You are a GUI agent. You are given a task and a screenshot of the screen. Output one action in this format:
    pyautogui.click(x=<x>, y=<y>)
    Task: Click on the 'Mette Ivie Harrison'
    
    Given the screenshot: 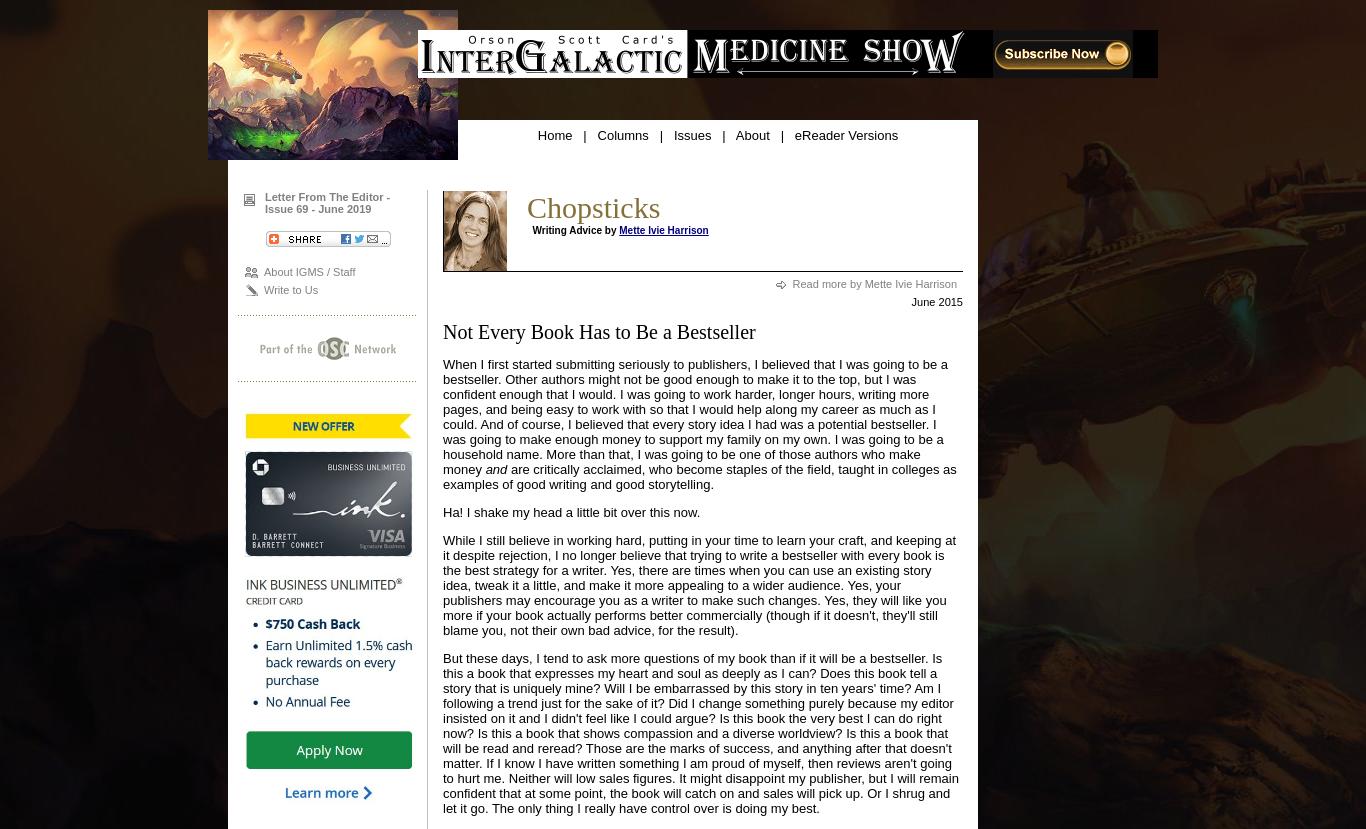 What is the action you would take?
    pyautogui.click(x=662, y=230)
    